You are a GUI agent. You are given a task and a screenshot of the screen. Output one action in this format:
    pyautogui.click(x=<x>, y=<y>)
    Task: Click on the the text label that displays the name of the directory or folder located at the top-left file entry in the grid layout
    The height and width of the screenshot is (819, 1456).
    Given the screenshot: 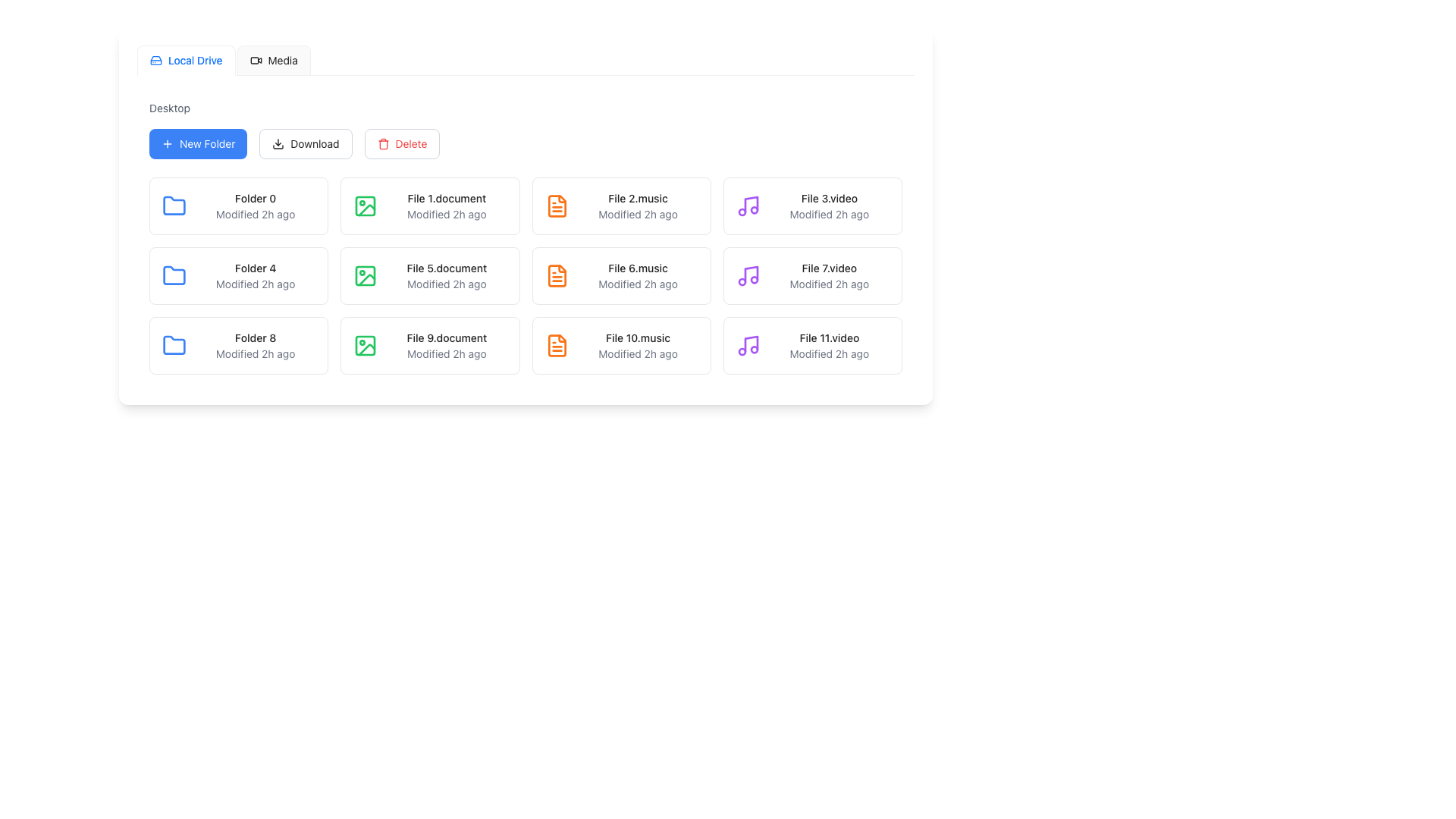 What is the action you would take?
    pyautogui.click(x=256, y=198)
    